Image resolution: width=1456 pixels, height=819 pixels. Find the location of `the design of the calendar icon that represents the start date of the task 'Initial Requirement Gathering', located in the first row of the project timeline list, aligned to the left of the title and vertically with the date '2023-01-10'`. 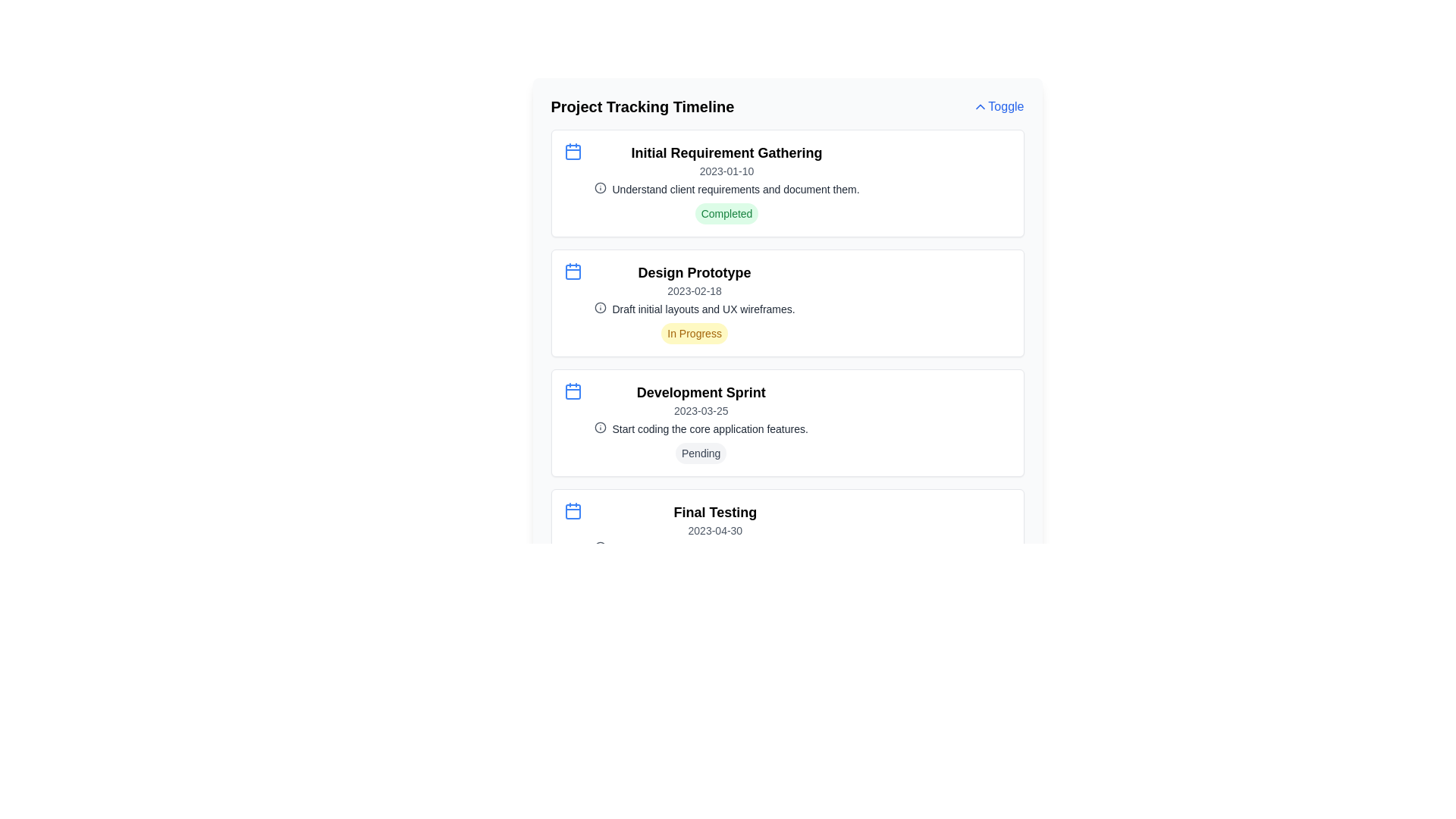

the design of the calendar icon that represents the start date of the task 'Initial Requirement Gathering', located in the first row of the project timeline list, aligned to the left of the title and vertically with the date '2023-01-10' is located at coordinates (572, 152).